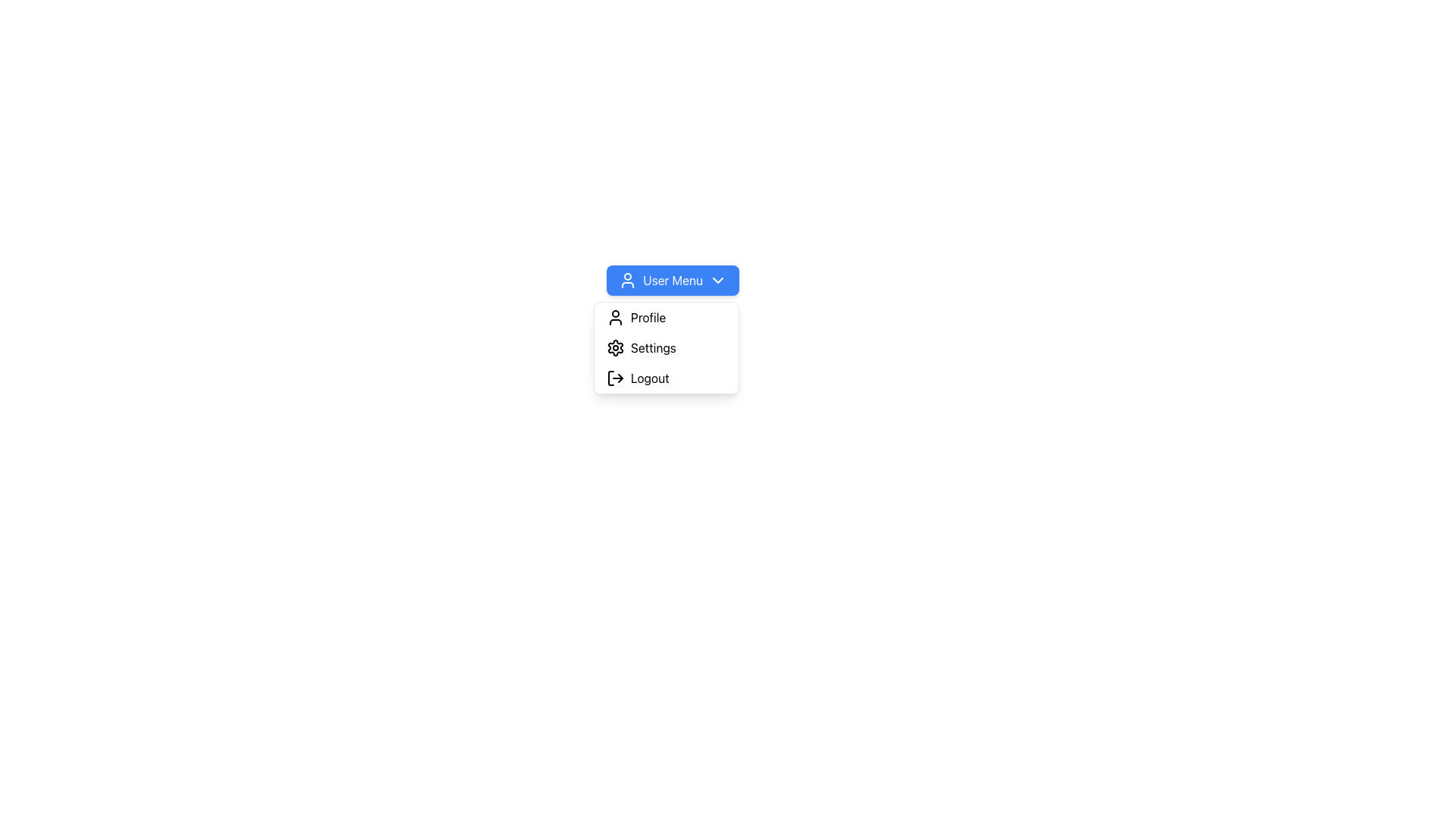 This screenshot has width=1456, height=819. I want to click on the 'Settings' option in the dropdown menu located directly below the 'User Menu' button, which contains options 'Profile', 'Settings', and 'Logout', so click(666, 348).